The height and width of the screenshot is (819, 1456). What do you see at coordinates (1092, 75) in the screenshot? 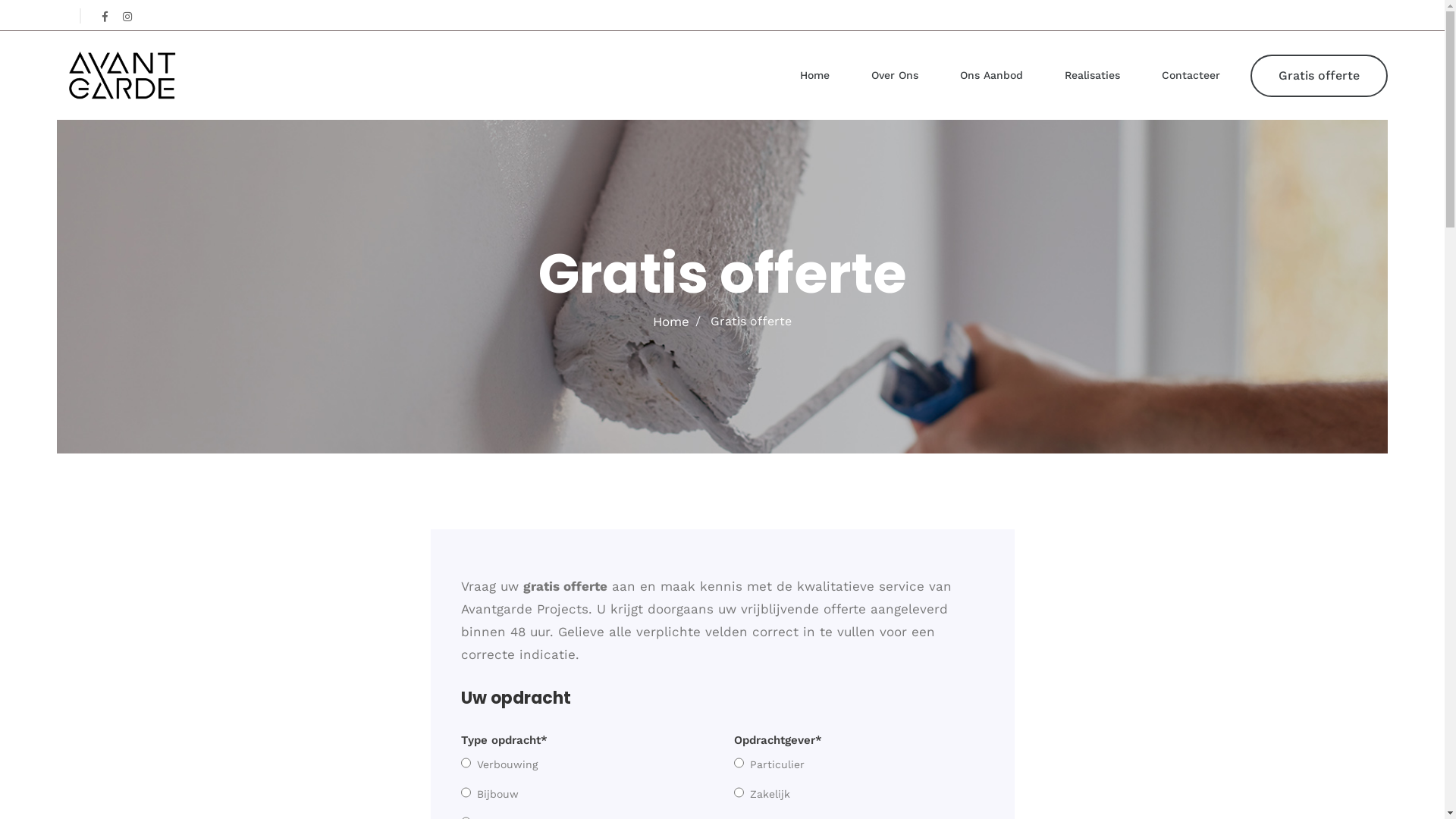
I see `'Realisaties'` at bounding box center [1092, 75].